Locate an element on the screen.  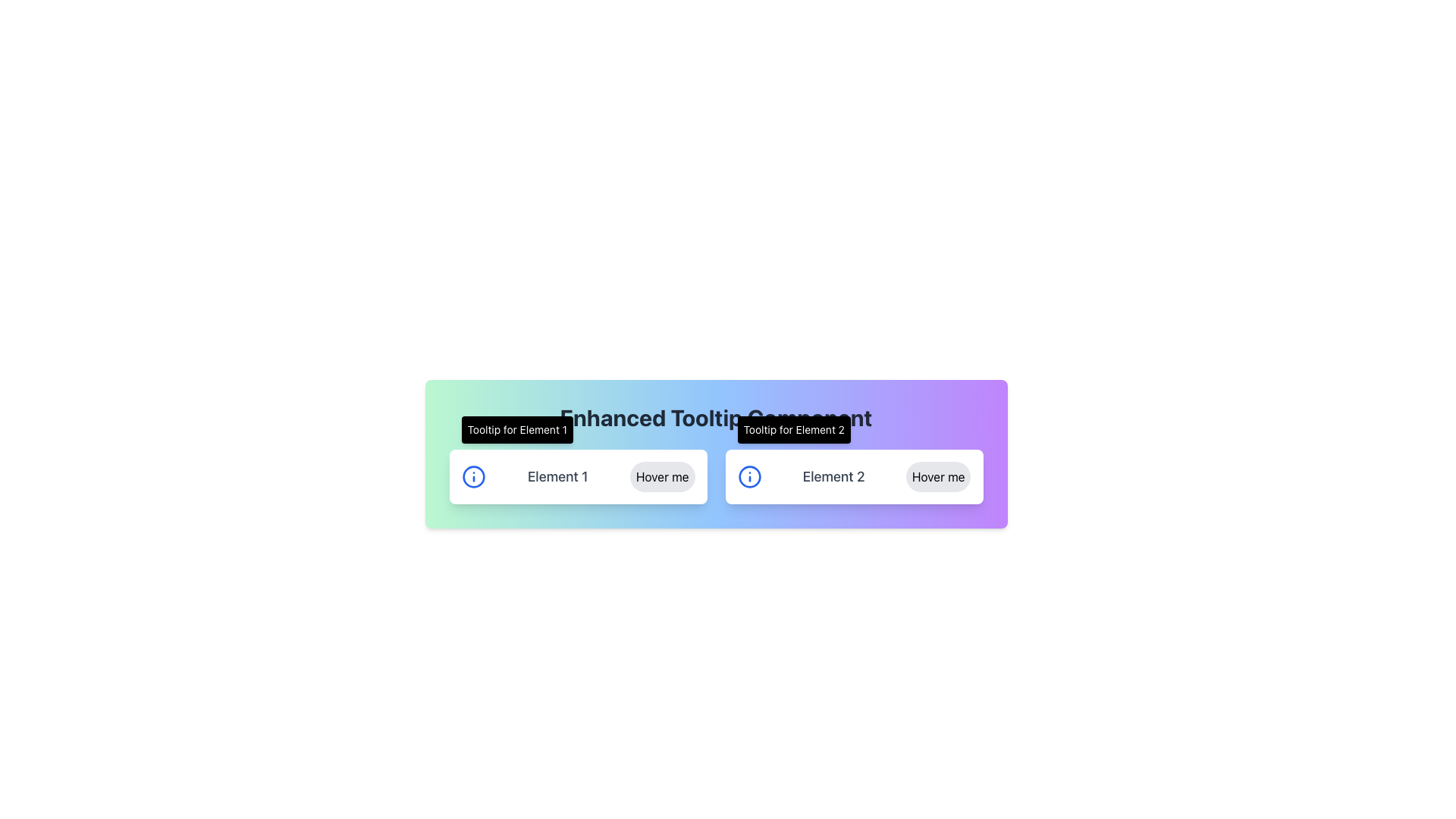
the decorative circular component of the 'Element 2' icon located in the lower right of the interface is located at coordinates (749, 475).